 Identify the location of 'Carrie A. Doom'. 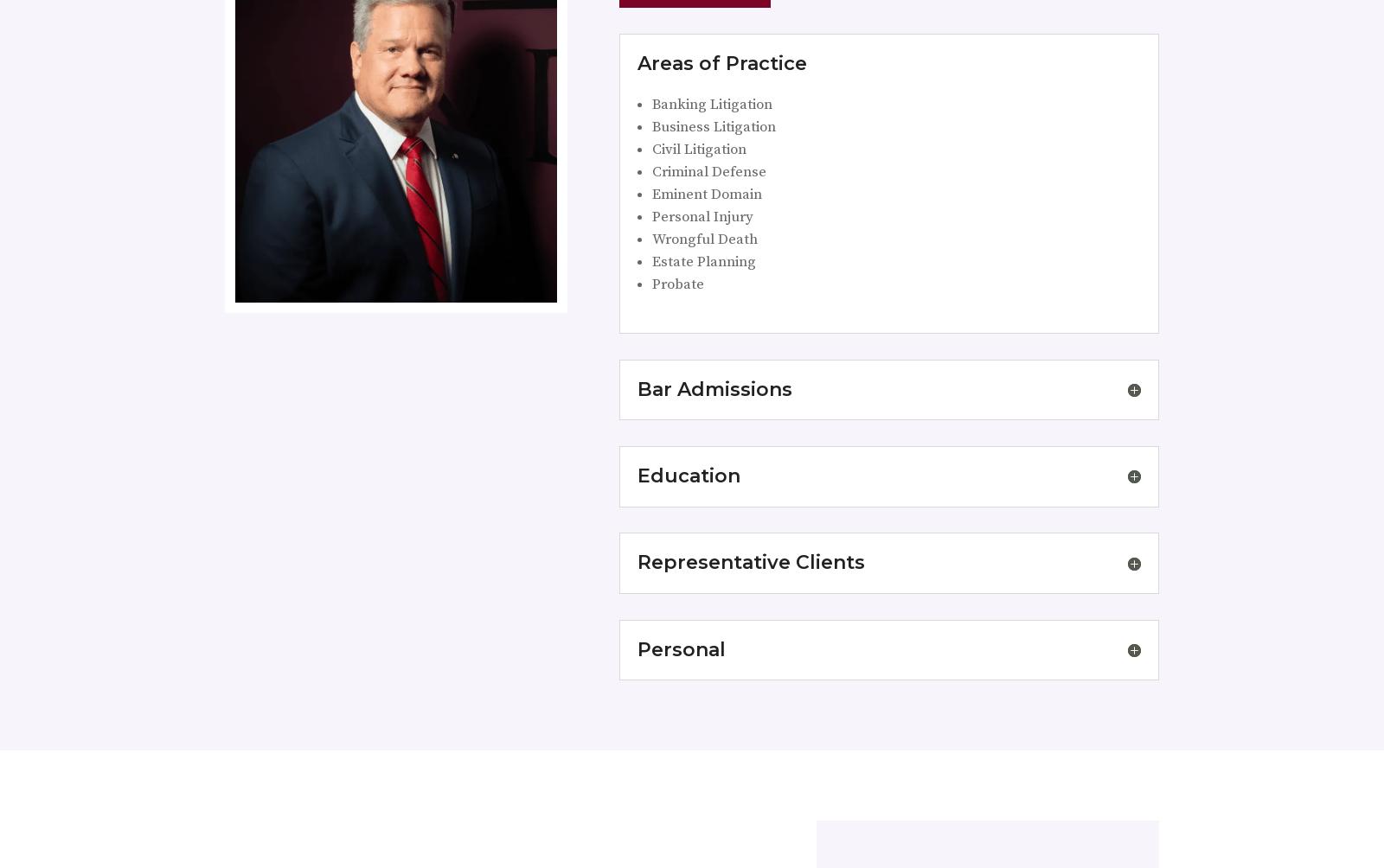
(331, 837).